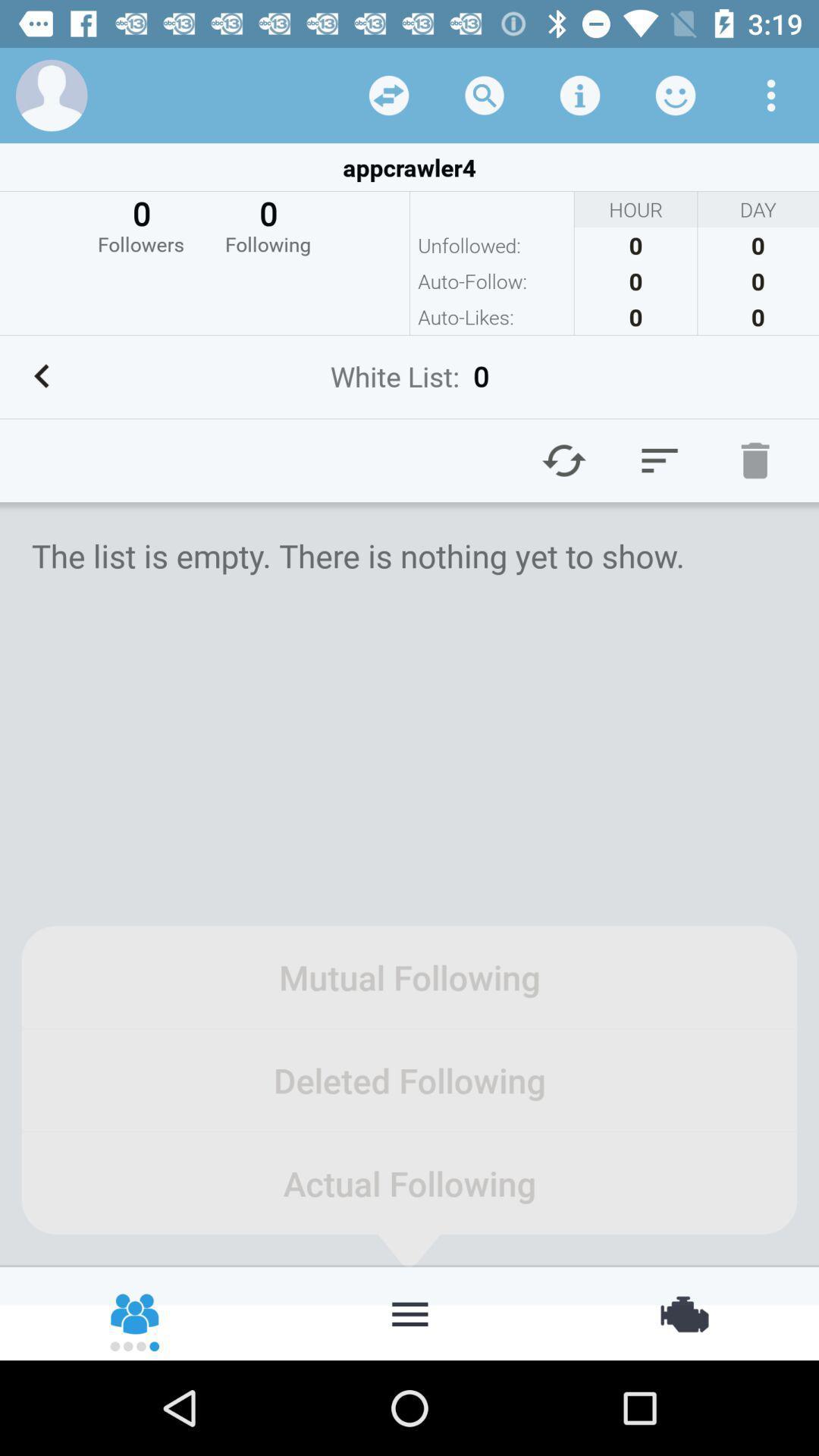  I want to click on click the menu option, so click(659, 460).